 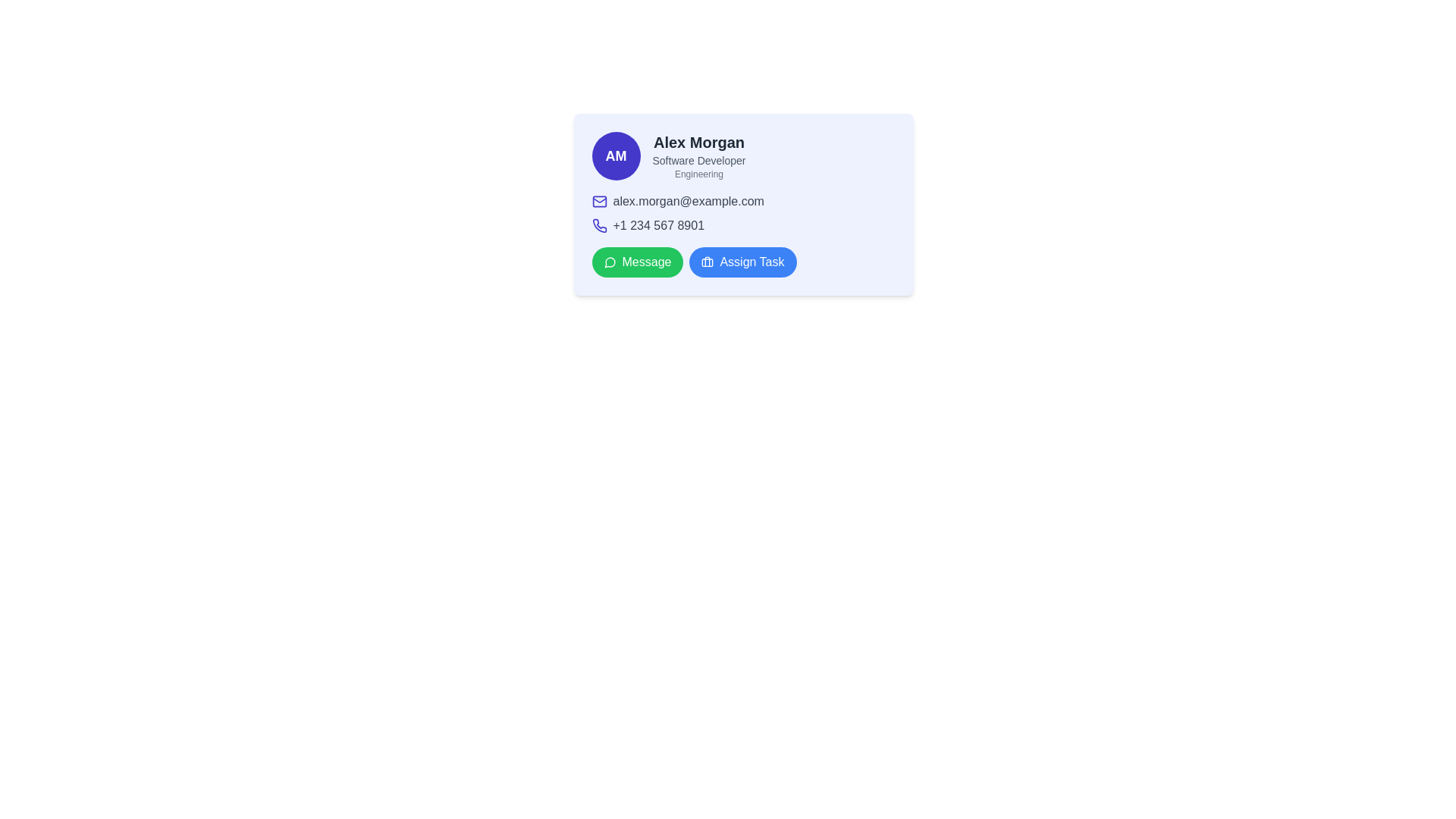 What do you see at coordinates (598, 225) in the screenshot?
I see `the decorative phone icon located to the left of the text '+1 234 567 8901' in the structured card layout` at bounding box center [598, 225].